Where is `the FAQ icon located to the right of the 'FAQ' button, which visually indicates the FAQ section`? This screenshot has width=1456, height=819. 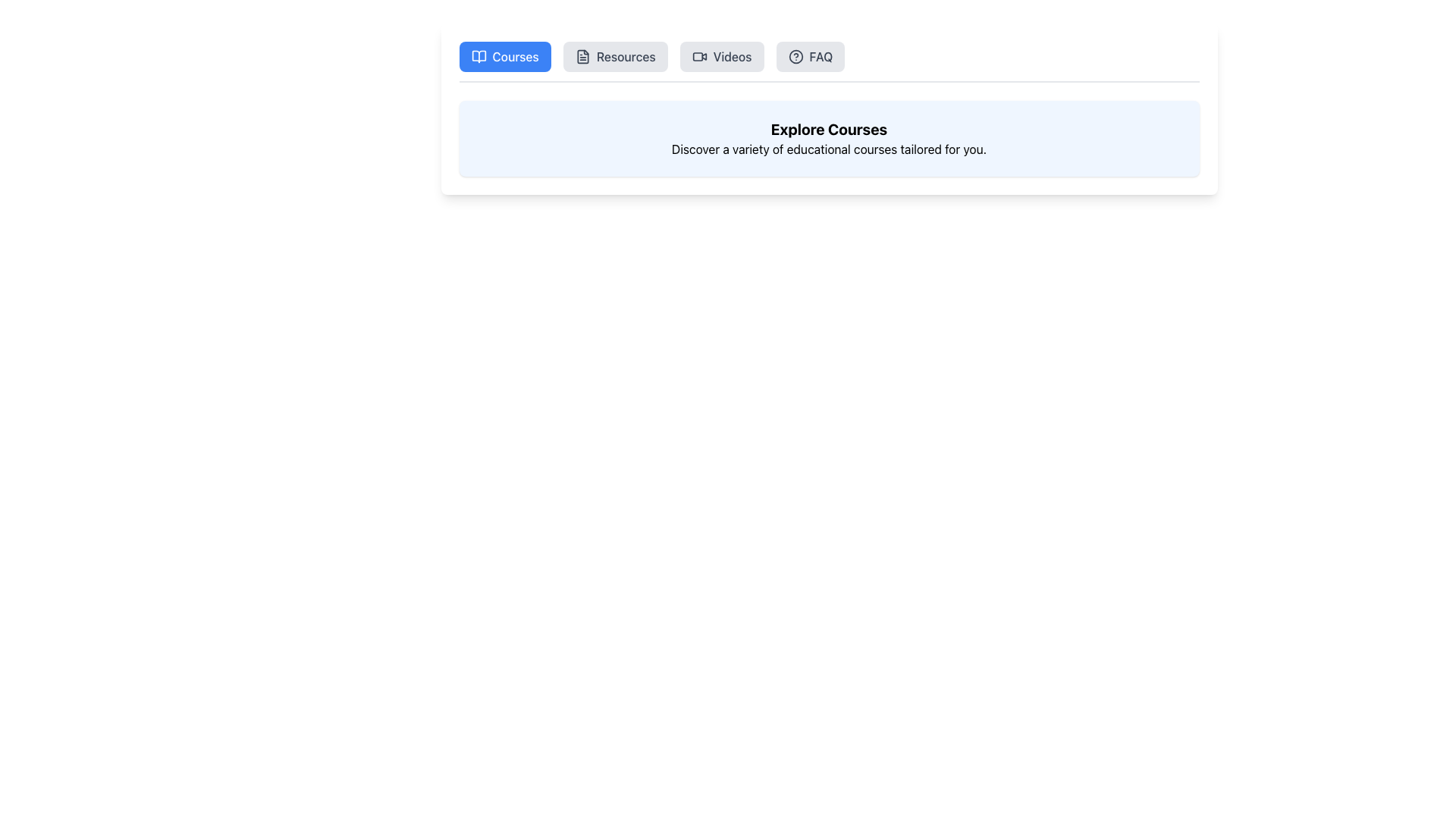
the FAQ icon located to the right of the 'FAQ' button, which visually indicates the FAQ section is located at coordinates (795, 55).